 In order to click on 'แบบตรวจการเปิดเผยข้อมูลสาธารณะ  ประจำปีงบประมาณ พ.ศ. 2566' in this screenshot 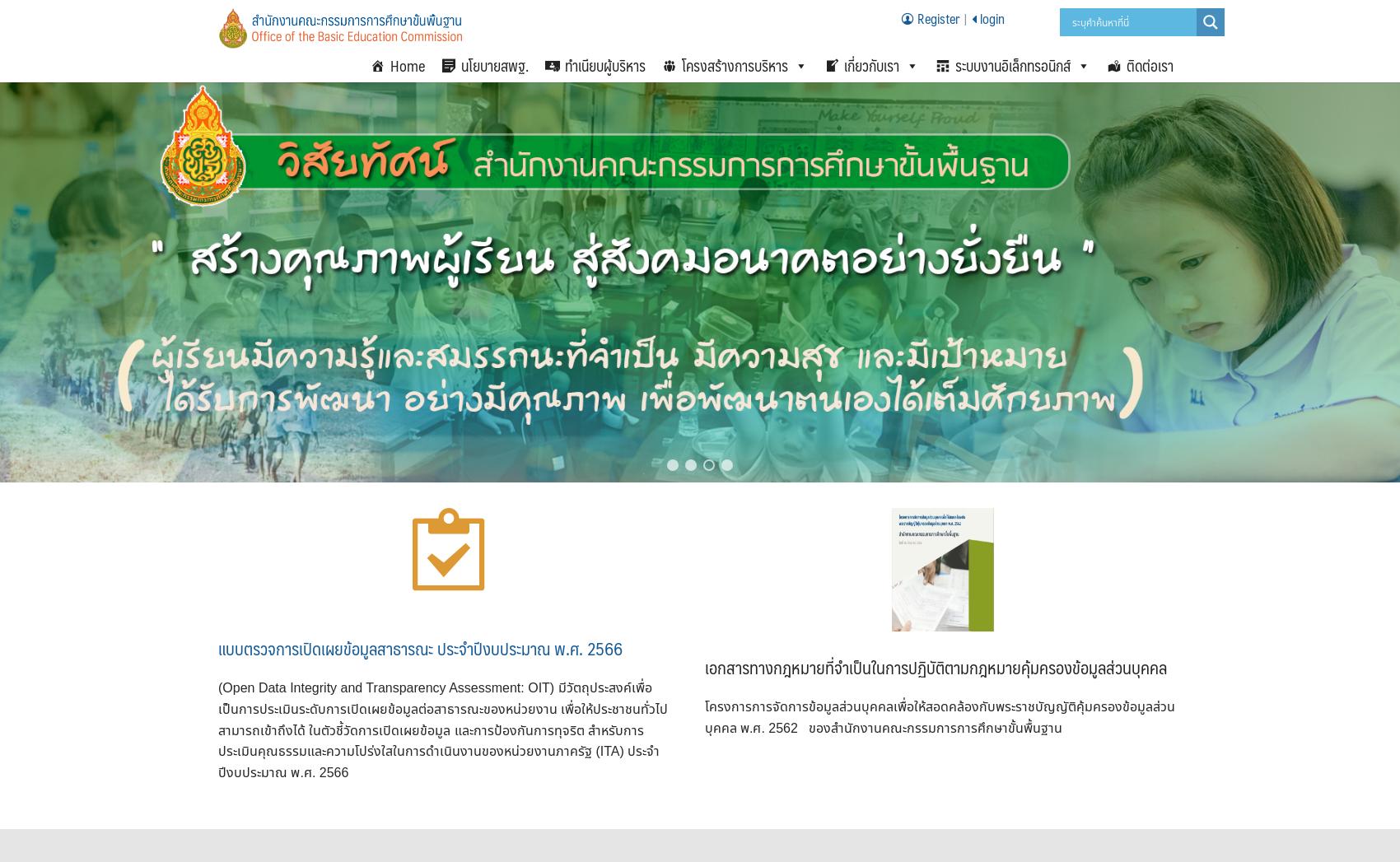, I will do `click(218, 646)`.